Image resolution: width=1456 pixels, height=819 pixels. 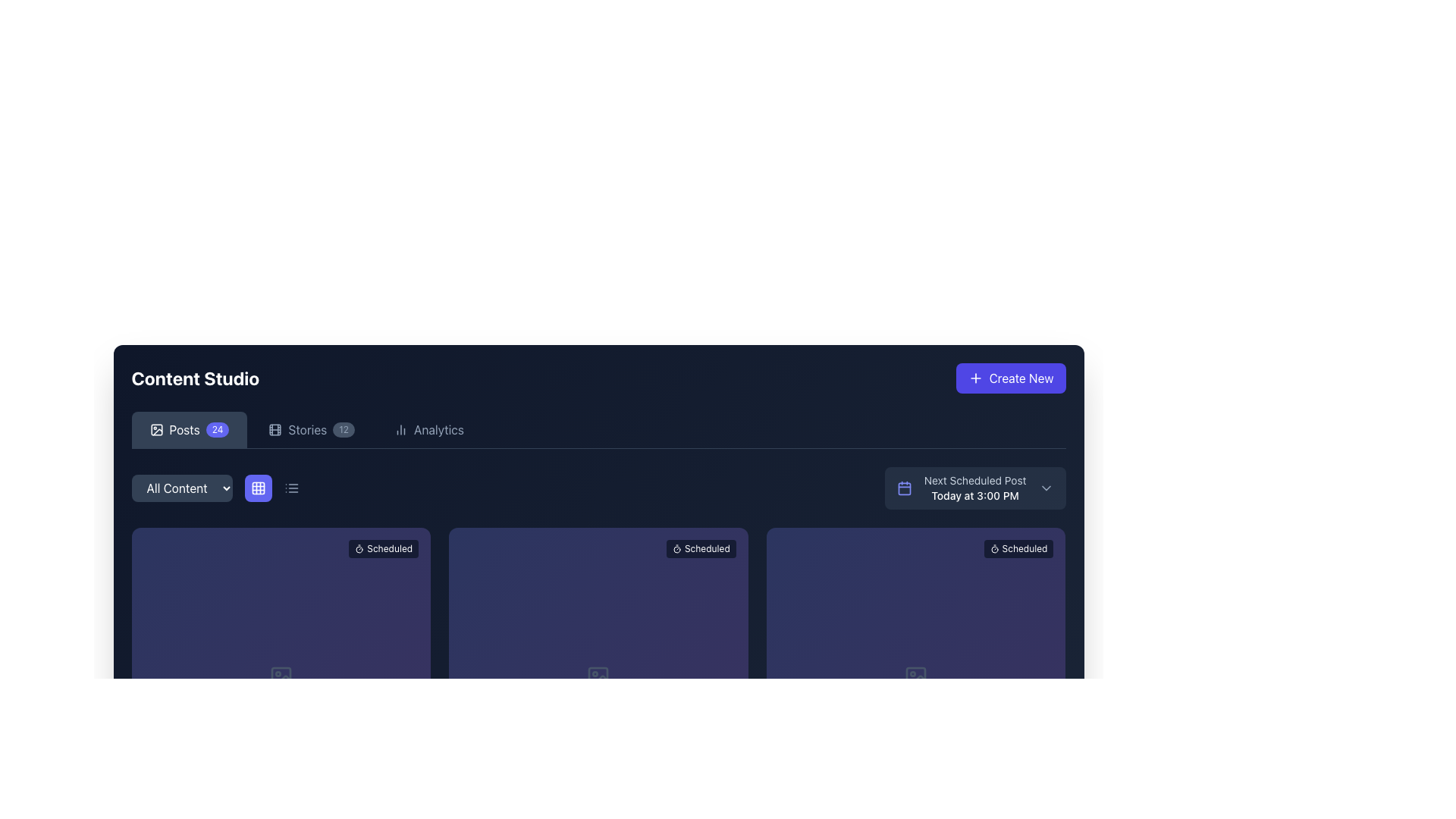 I want to click on the list-style button with three horizontal lines and small dots, located in the upper section of the interface within the 'Content Studio' horizontal selection bar, so click(x=291, y=488).